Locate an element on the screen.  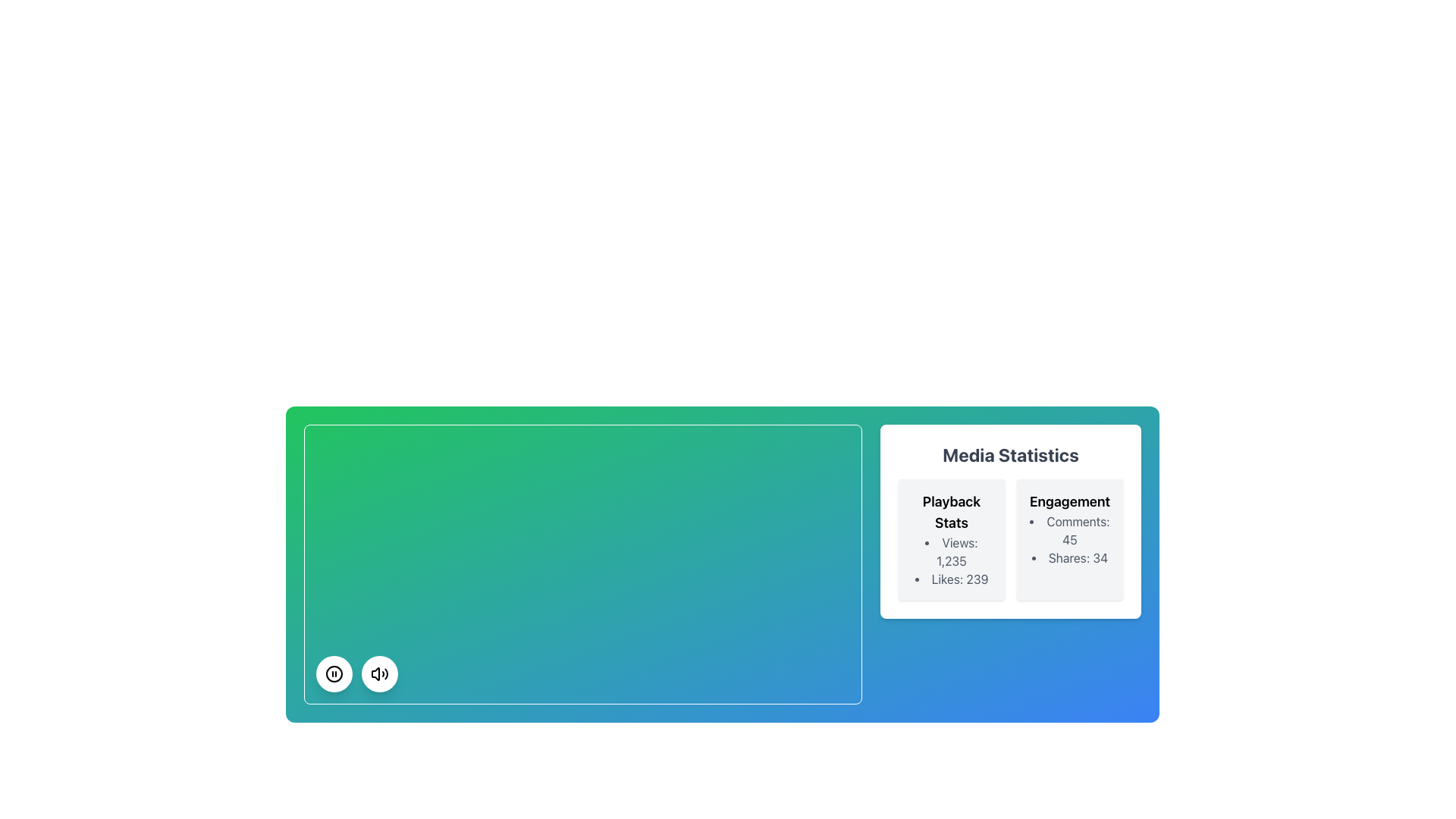
the circular sound button with a speaker icon and audio waves is located at coordinates (379, 673).